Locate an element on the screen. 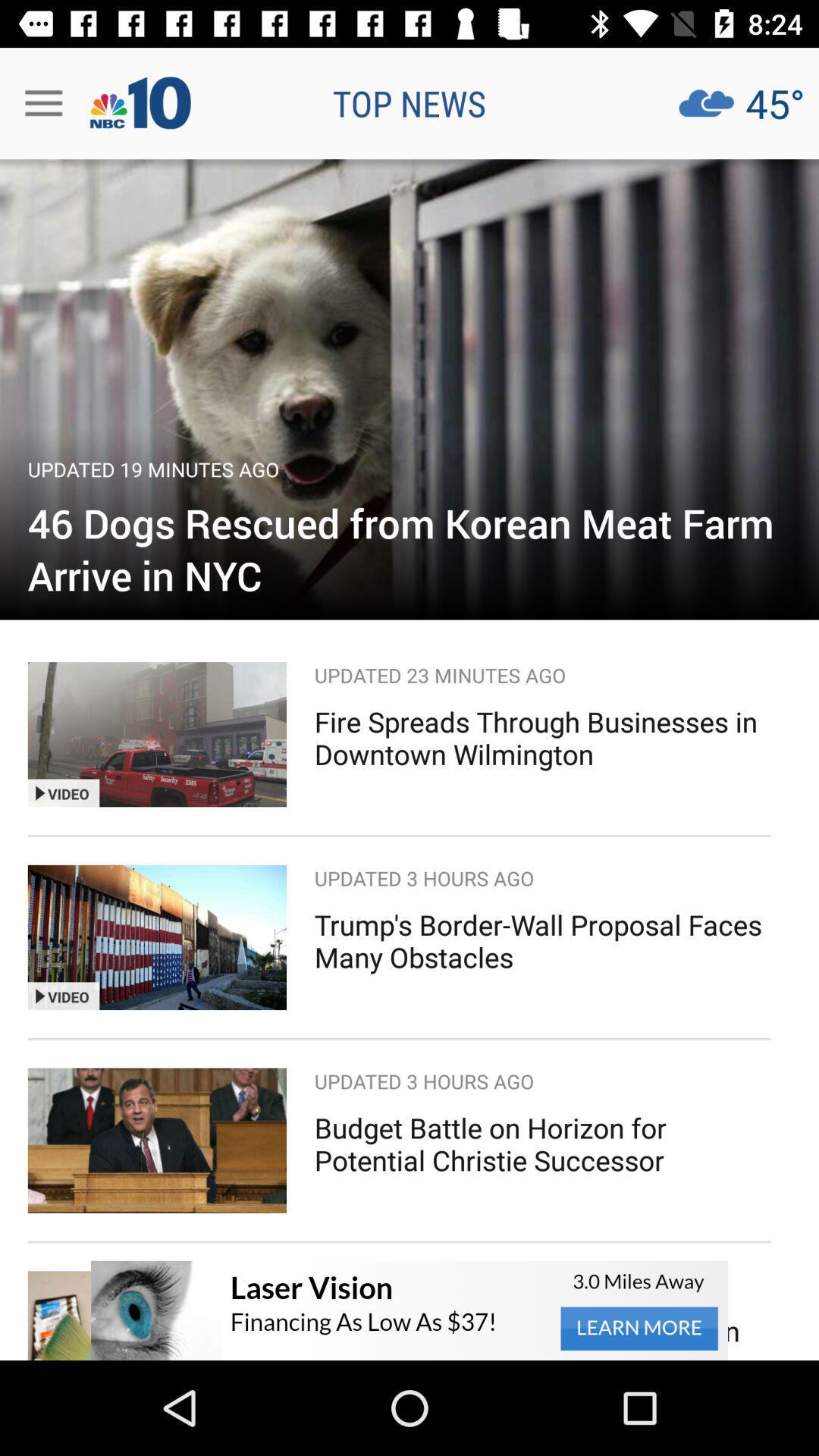  top news icon is located at coordinates (409, 102).